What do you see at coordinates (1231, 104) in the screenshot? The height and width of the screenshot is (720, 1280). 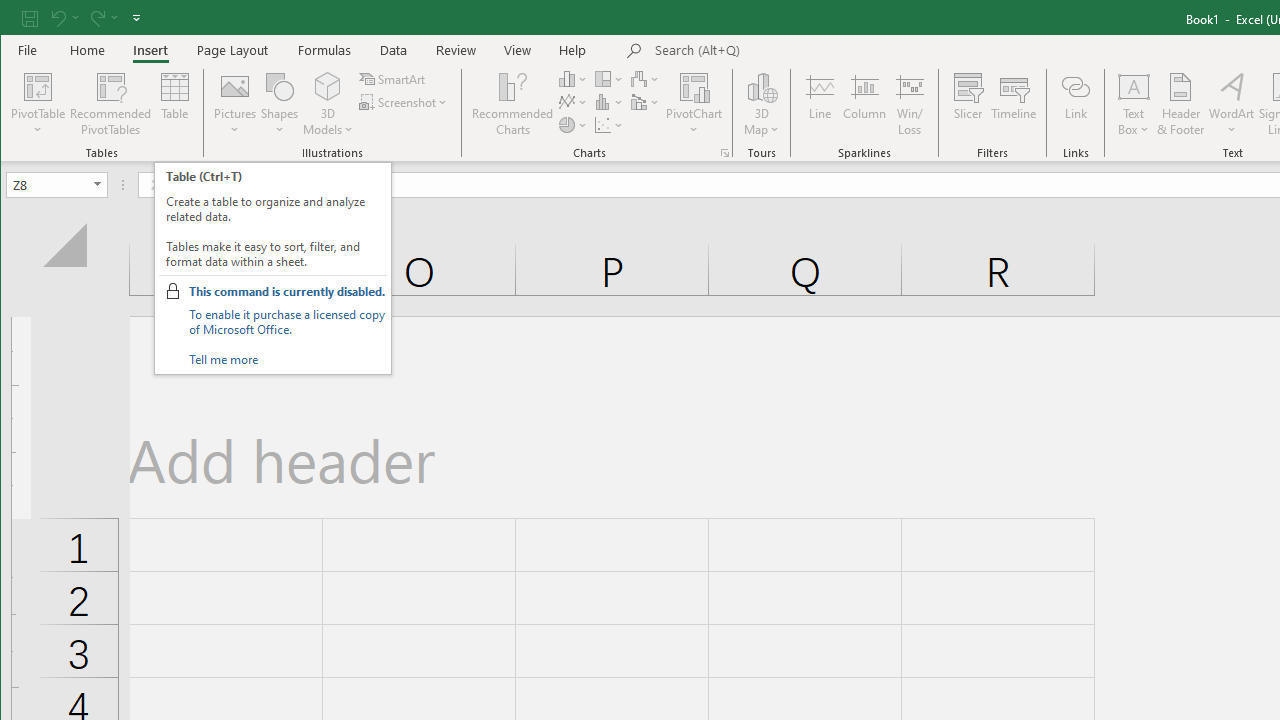 I see `'WordArt'` at bounding box center [1231, 104].